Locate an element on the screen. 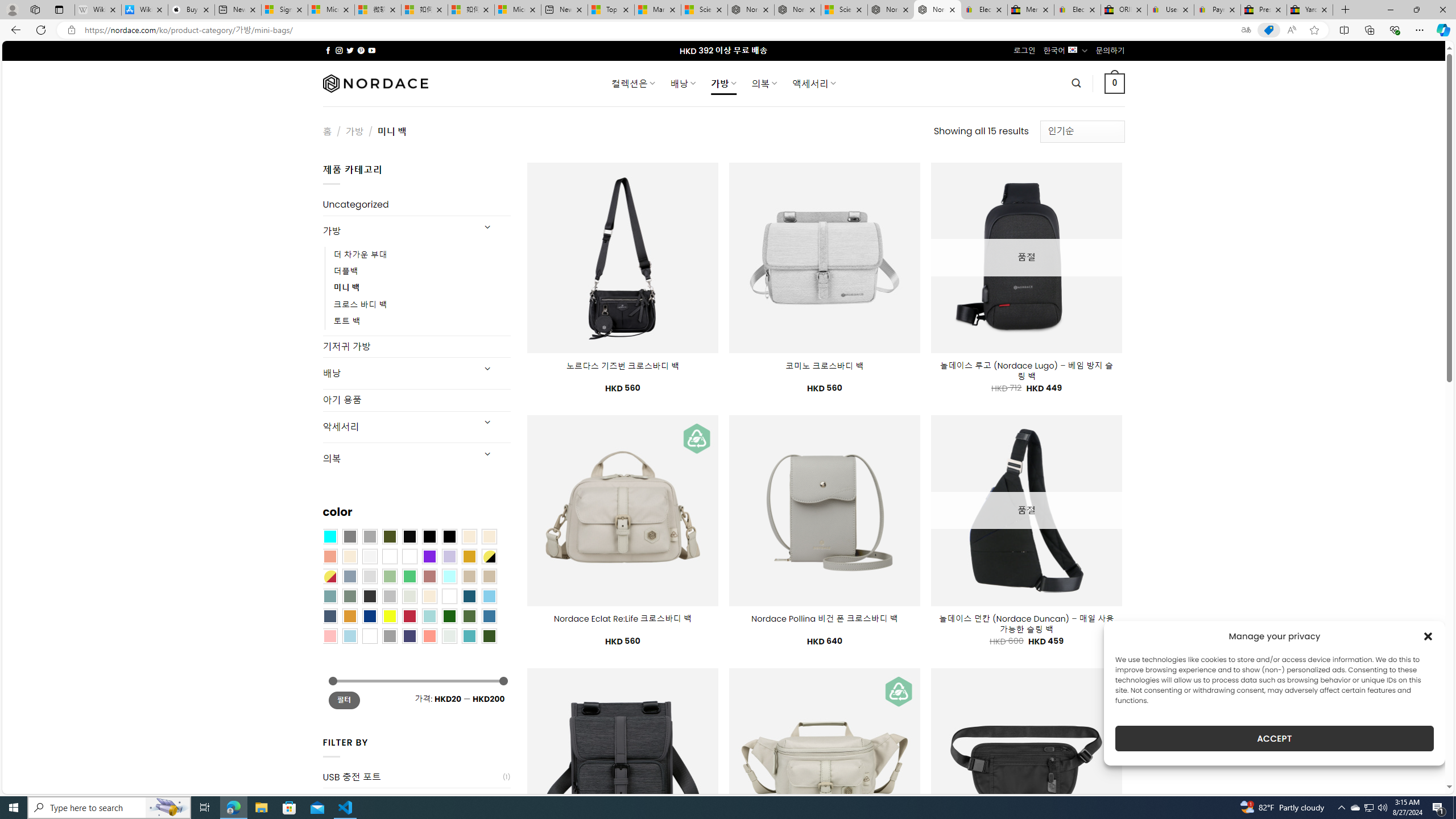 This screenshot has width=1456, height=819. 'Class: cmplz-close' is located at coordinates (1428, 636).